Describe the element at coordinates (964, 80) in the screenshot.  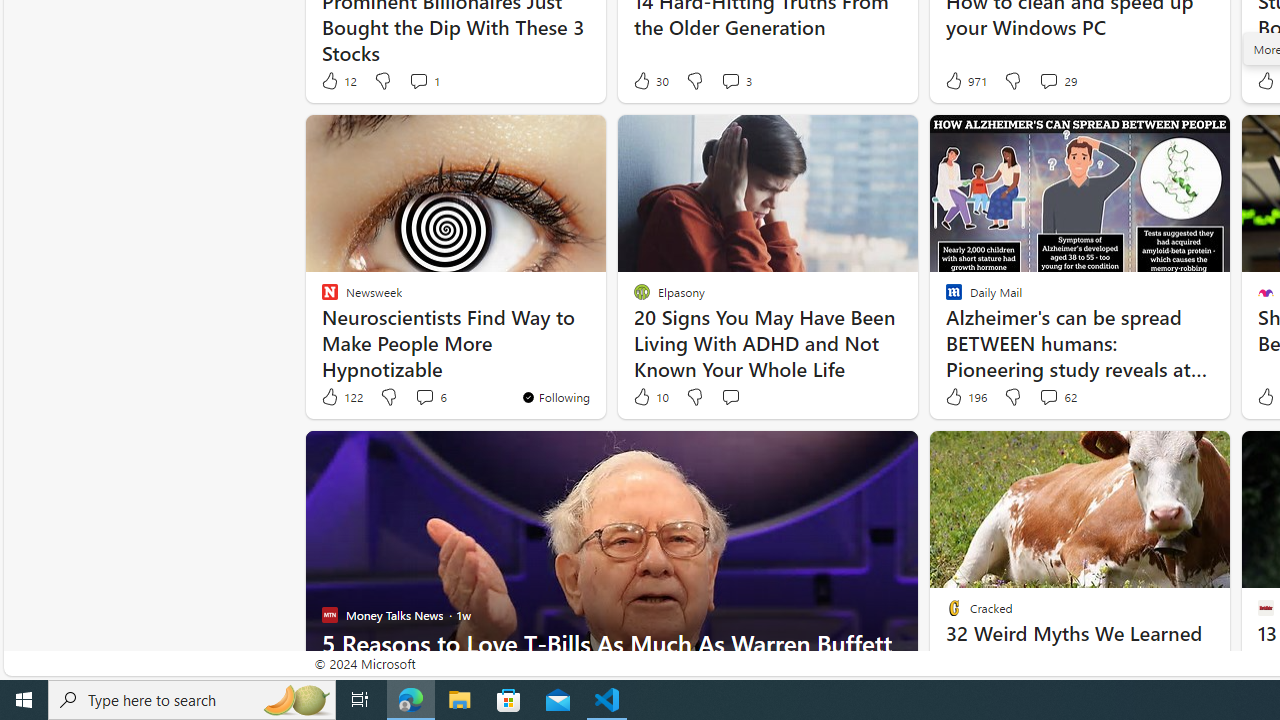
I see `'971 Like'` at that location.